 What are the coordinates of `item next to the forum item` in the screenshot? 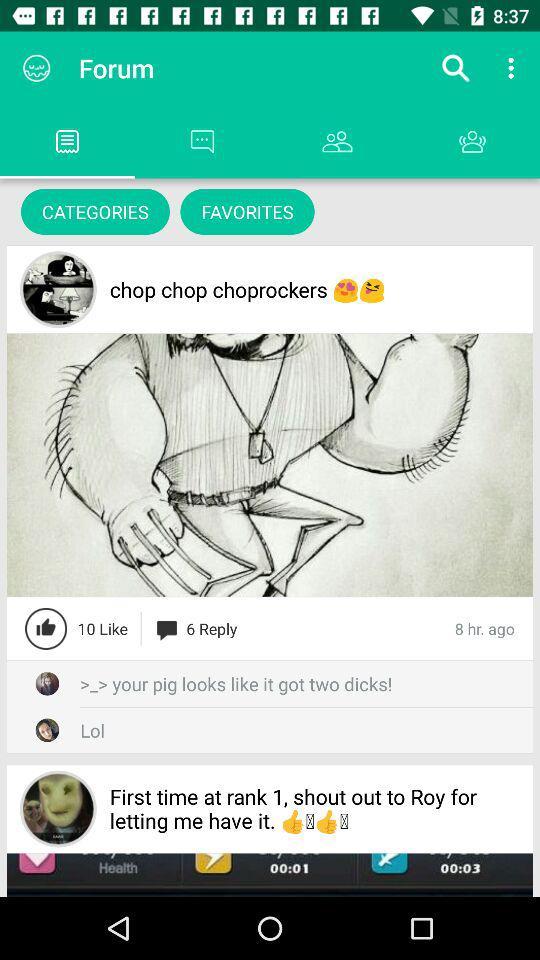 It's located at (455, 68).